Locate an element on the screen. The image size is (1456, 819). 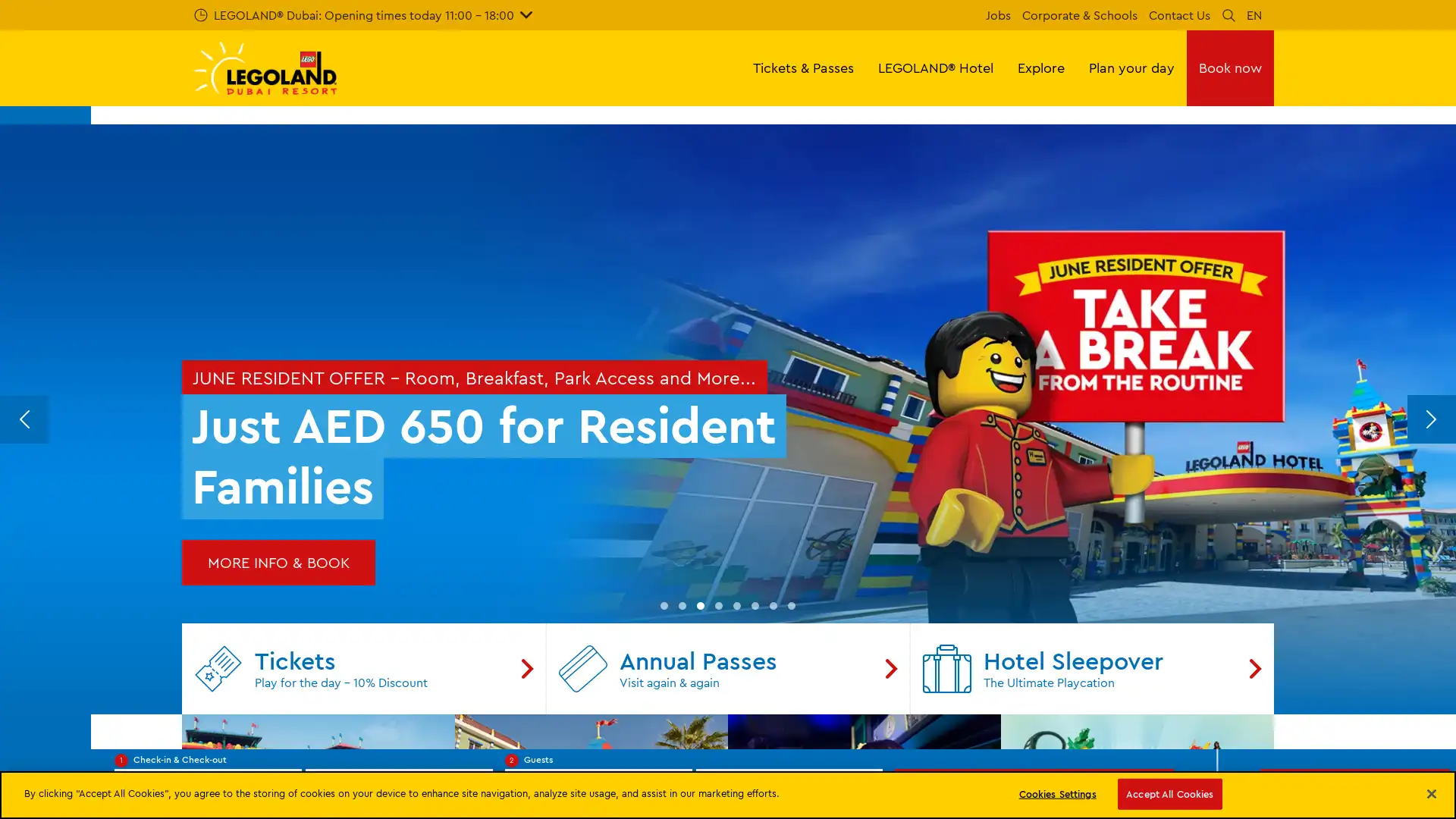
LEGOLAND Hotel is located at coordinates (934, 67).